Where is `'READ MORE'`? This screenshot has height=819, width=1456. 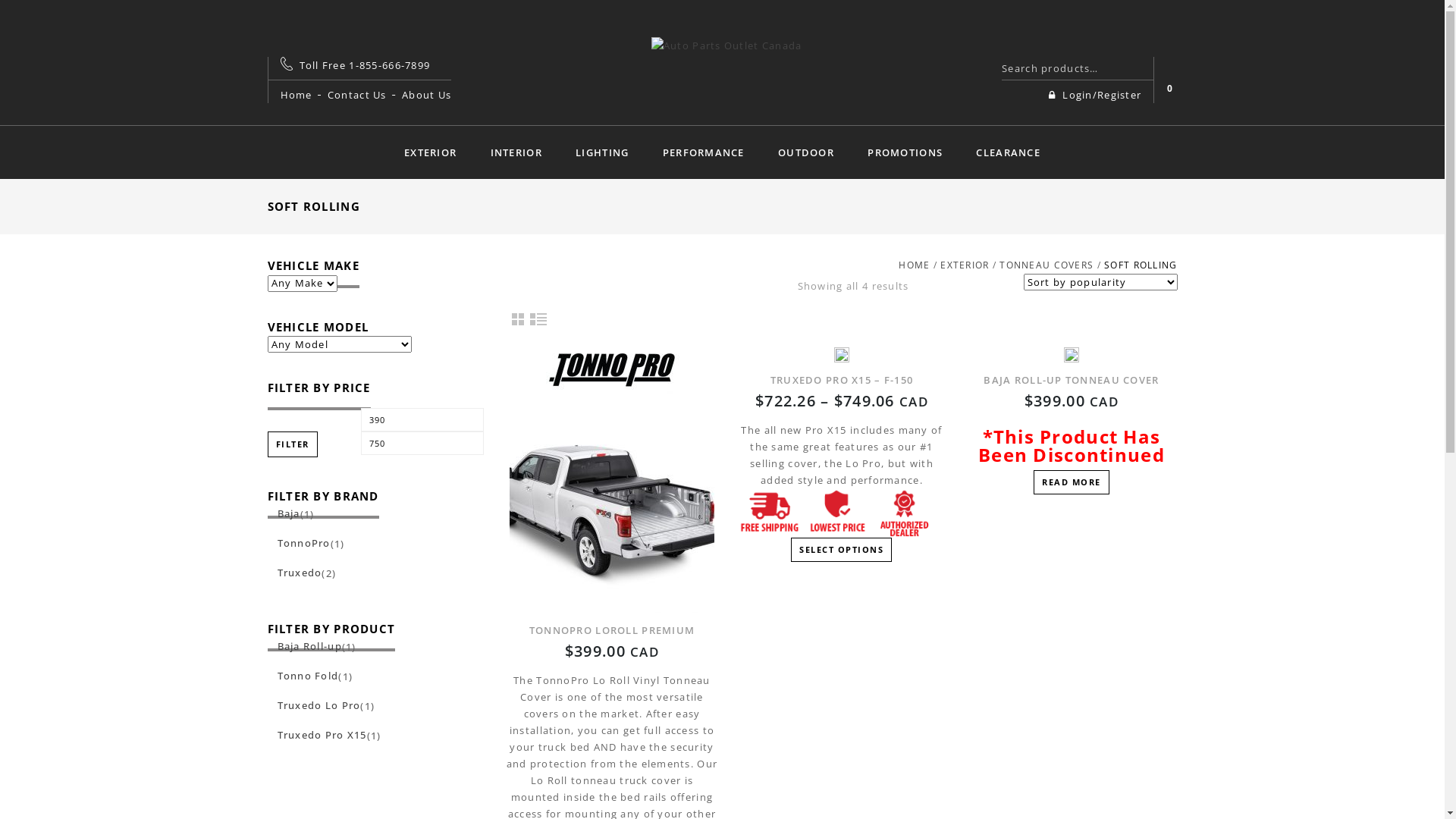 'READ MORE' is located at coordinates (1070, 482).